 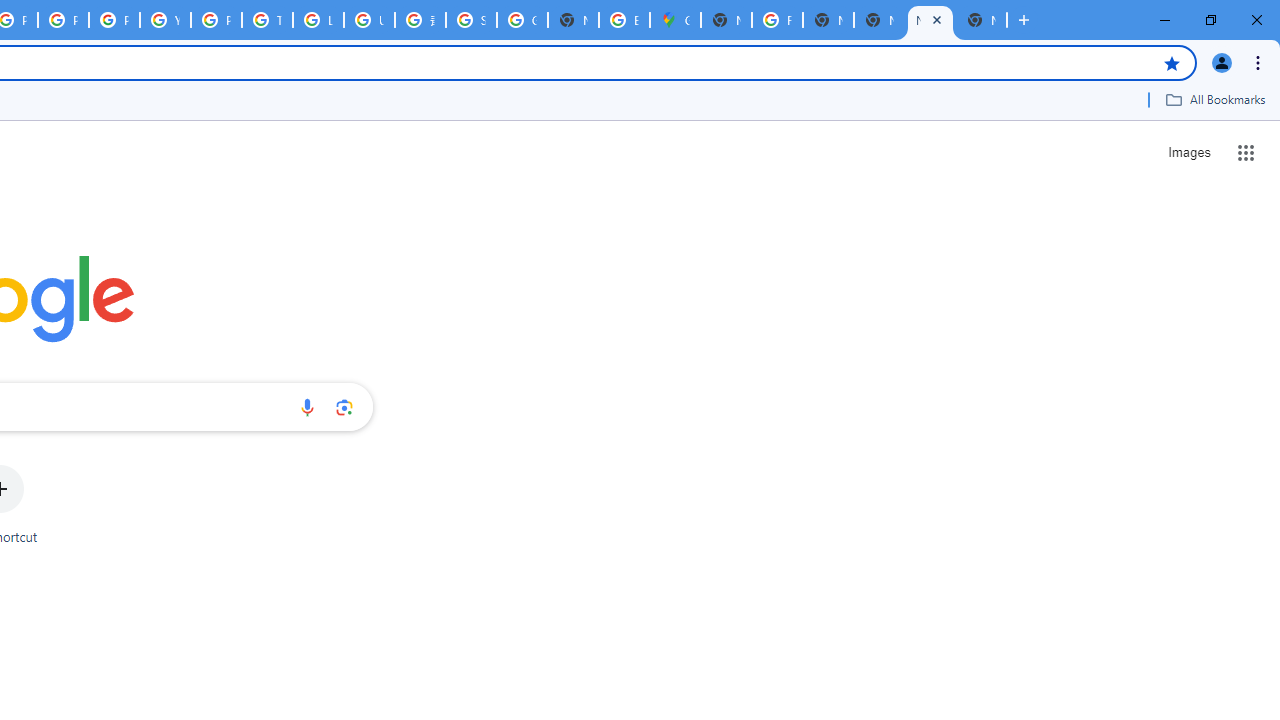 What do you see at coordinates (981, 20) in the screenshot?
I see `'New Tab'` at bounding box center [981, 20].